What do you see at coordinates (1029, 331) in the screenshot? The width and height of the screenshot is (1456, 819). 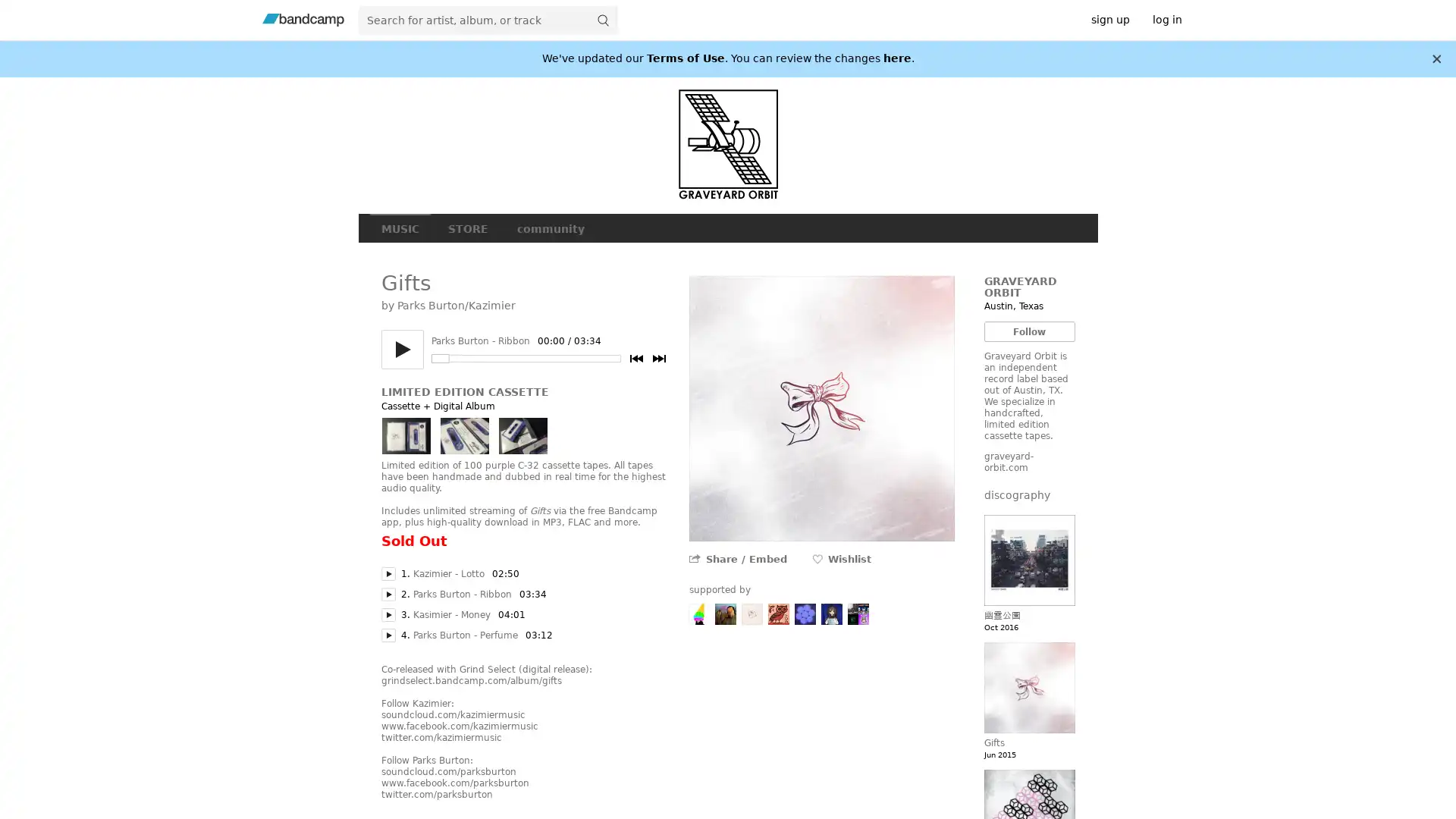 I see `Follow` at bounding box center [1029, 331].